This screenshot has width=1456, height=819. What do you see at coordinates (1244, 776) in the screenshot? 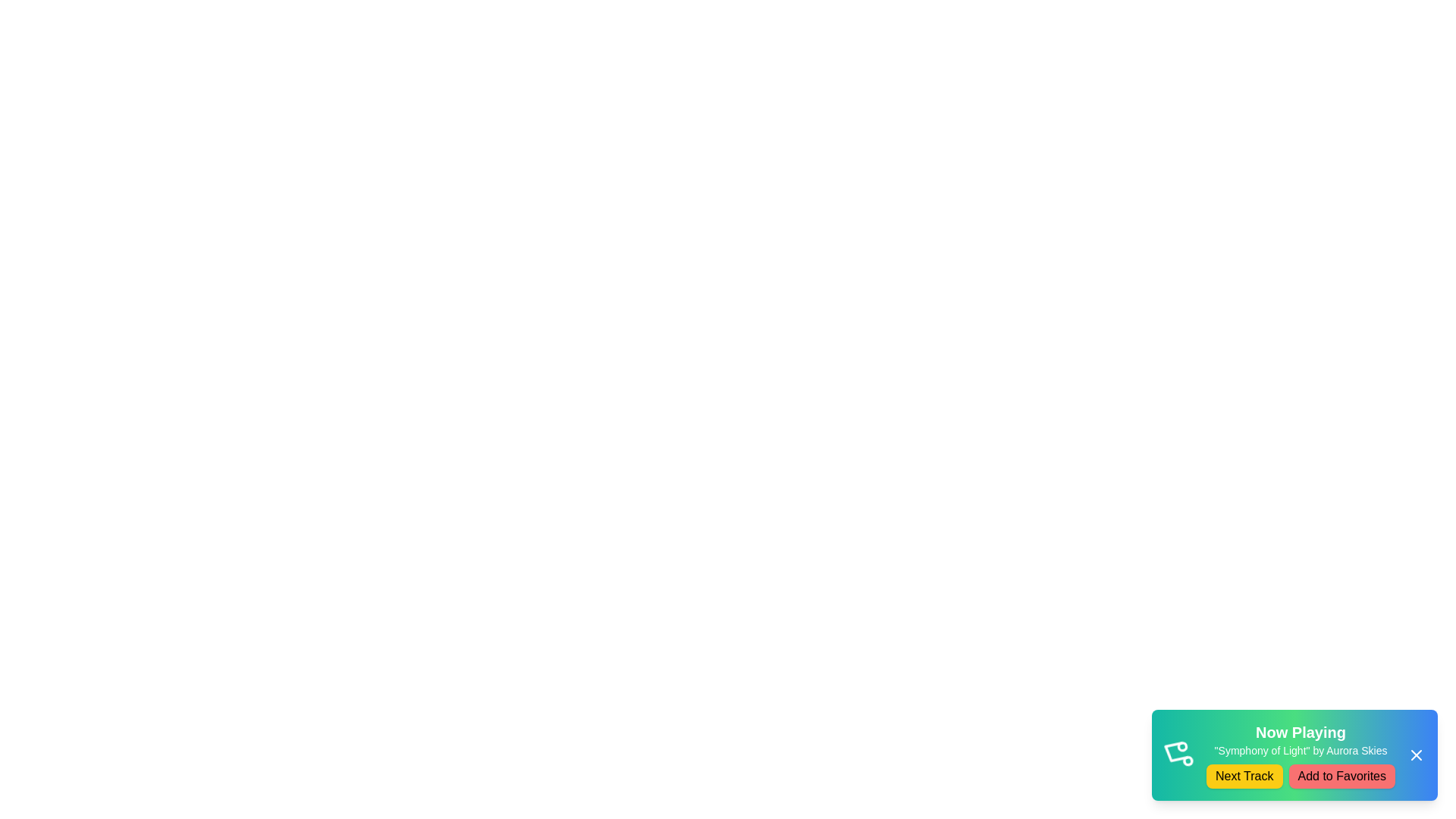
I see `the 'Next Track' button to play the next track` at bounding box center [1244, 776].